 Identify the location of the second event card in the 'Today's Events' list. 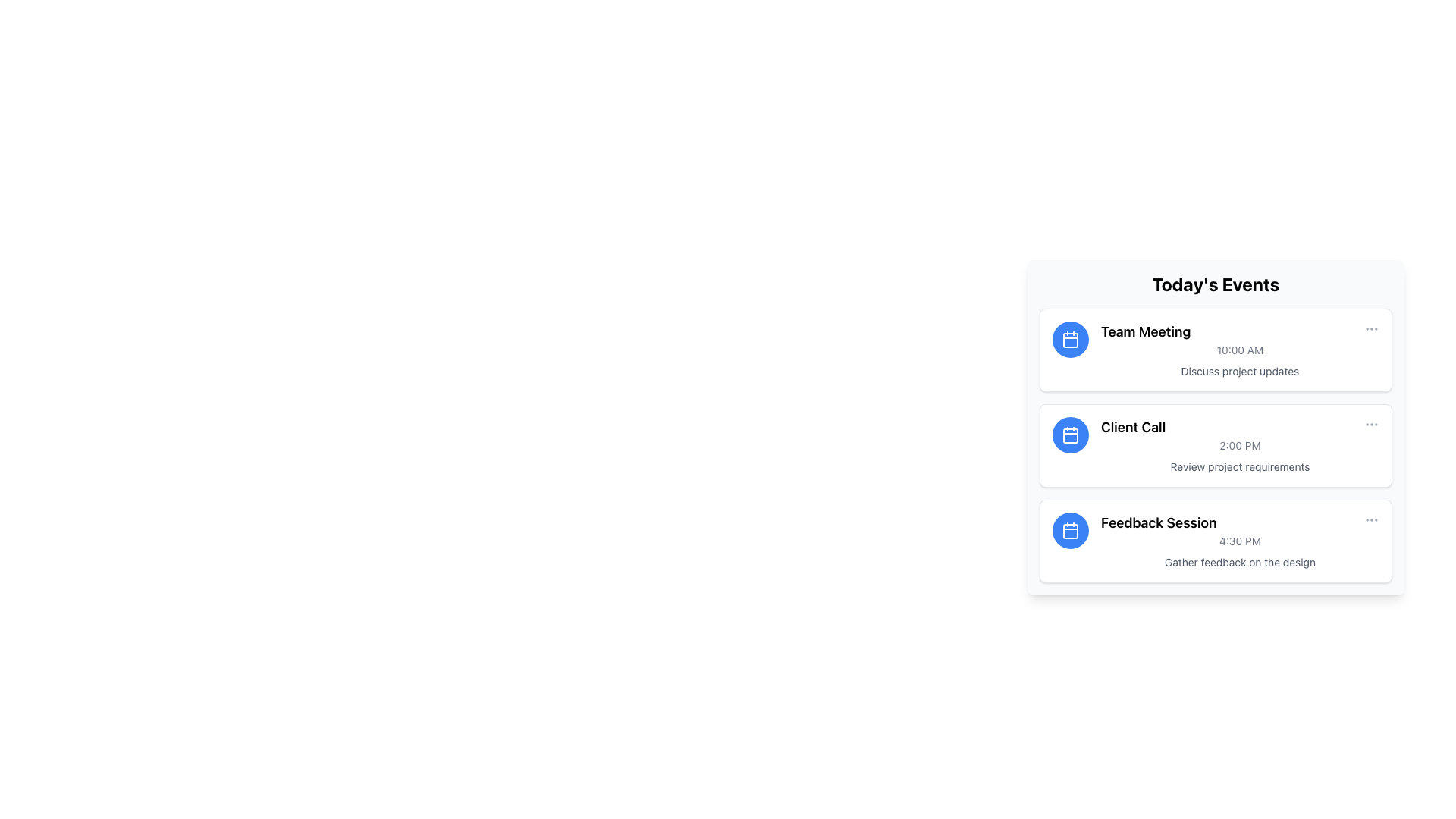
(1216, 444).